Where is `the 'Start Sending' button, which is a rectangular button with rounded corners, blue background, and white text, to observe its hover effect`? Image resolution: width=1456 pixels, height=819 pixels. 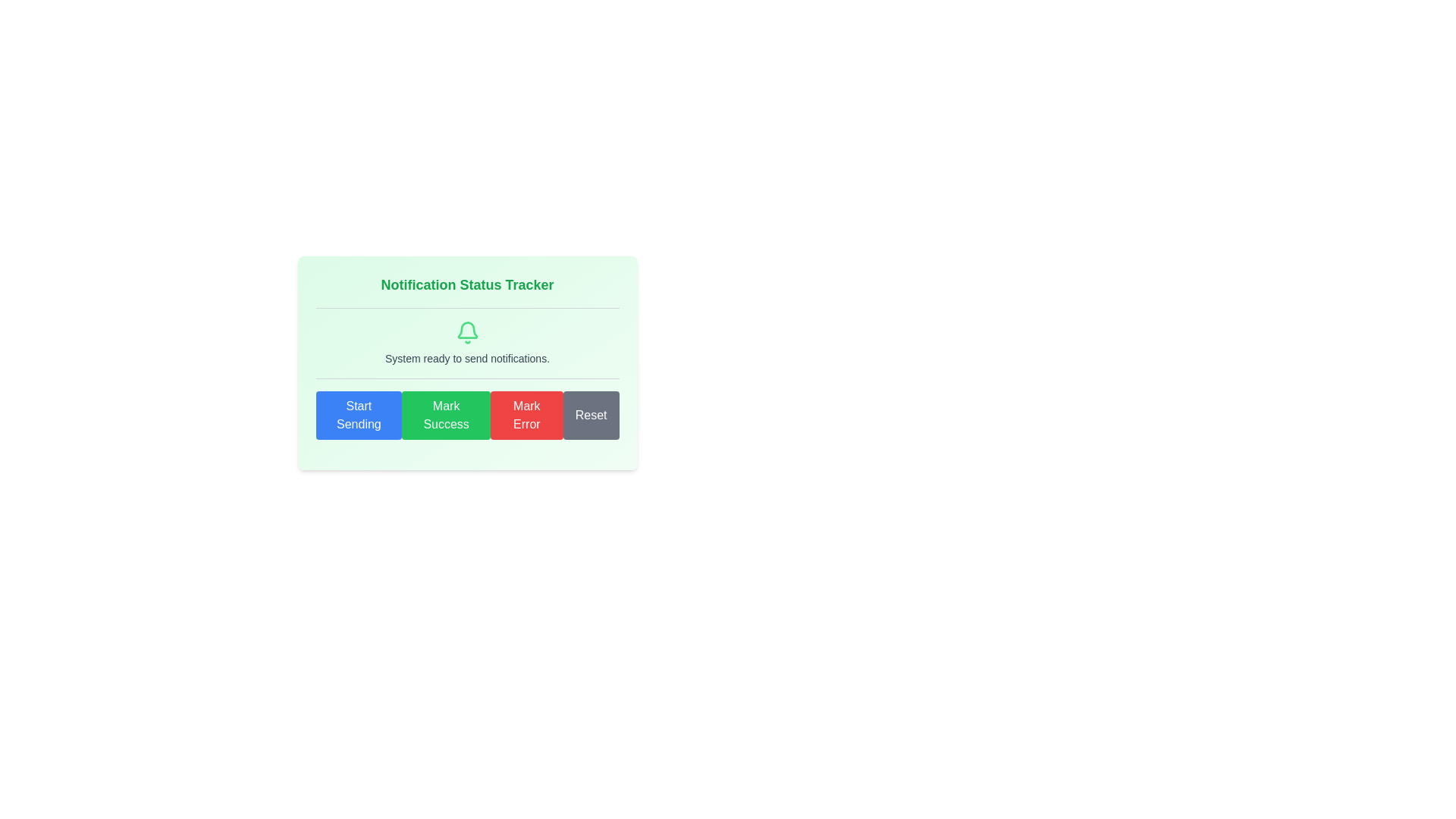 the 'Start Sending' button, which is a rectangular button with rounded corners, blue background, and white text, to observe its hover effect is located at coordinates (358, 415).